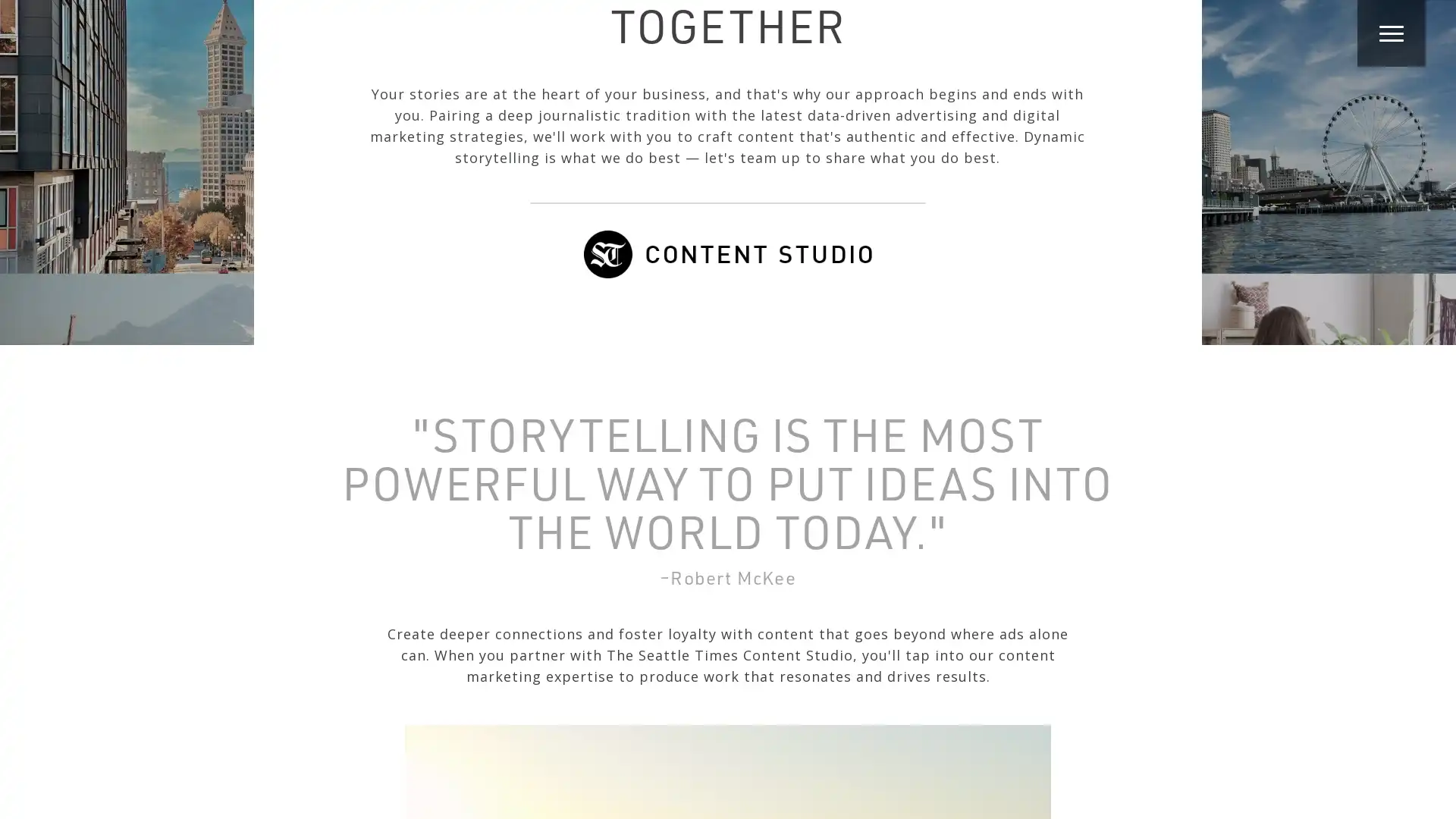  I want to click on Toggle navigation, so click(1391, 30).